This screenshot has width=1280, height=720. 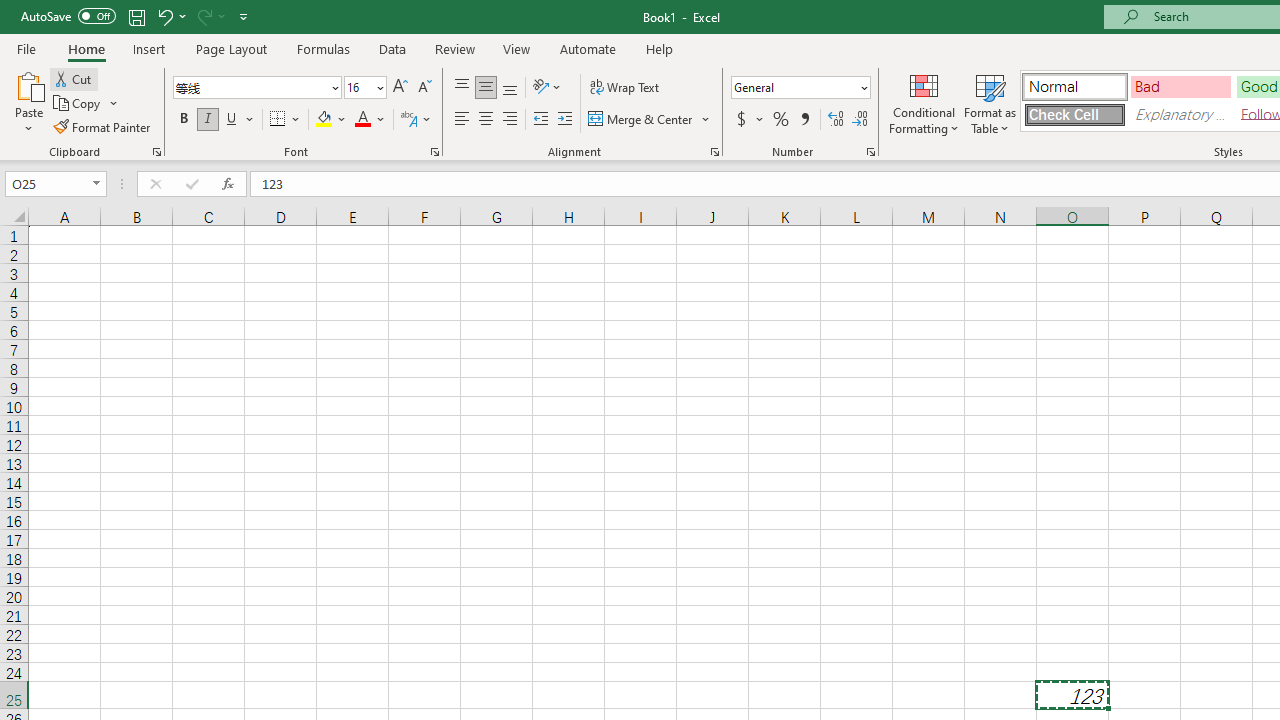 I want to click on 'Check Cell', so click(x=1073, y=114).